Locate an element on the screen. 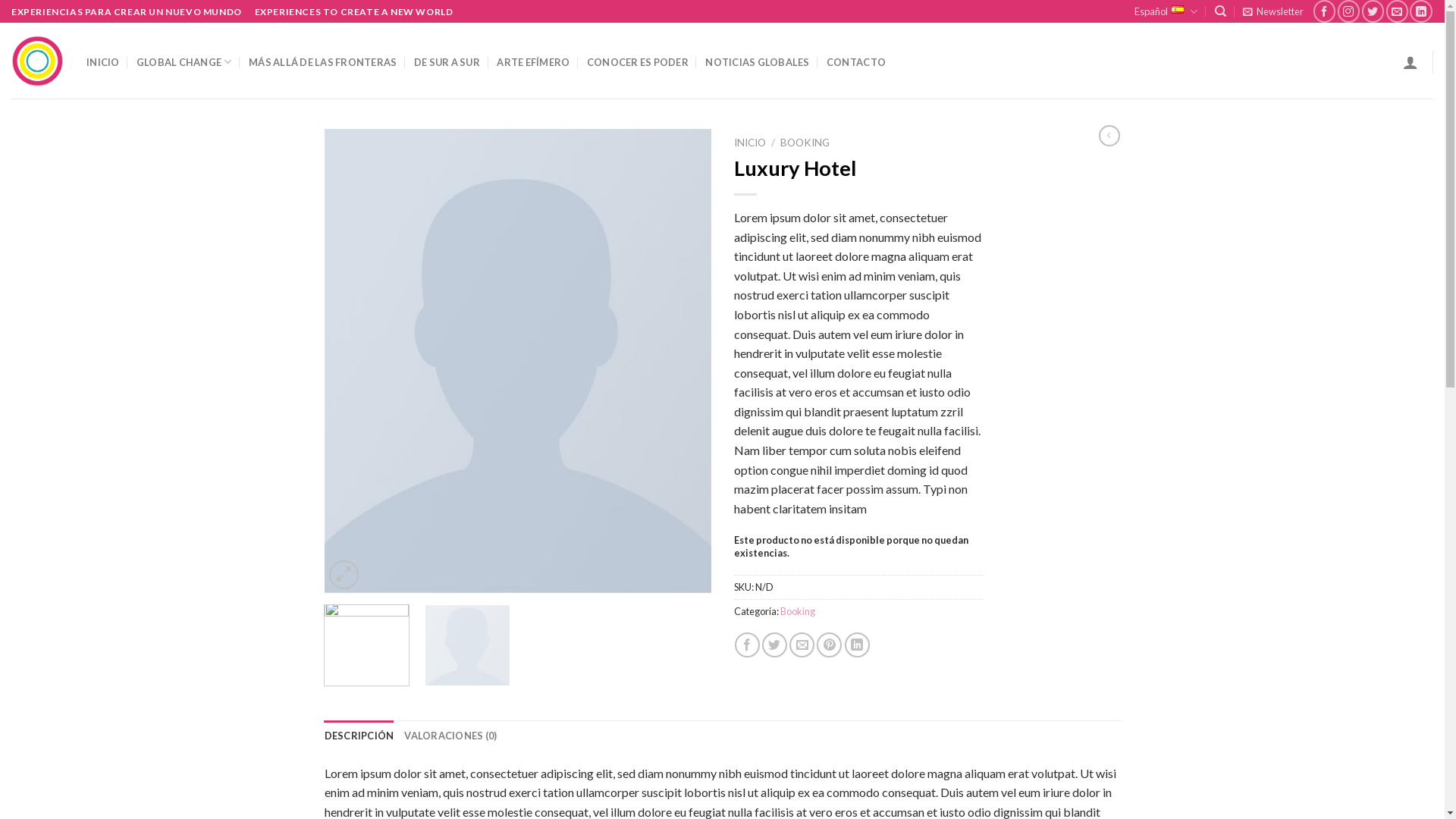  'CONOCER ES PODER' is located at coordinates (585, 61).